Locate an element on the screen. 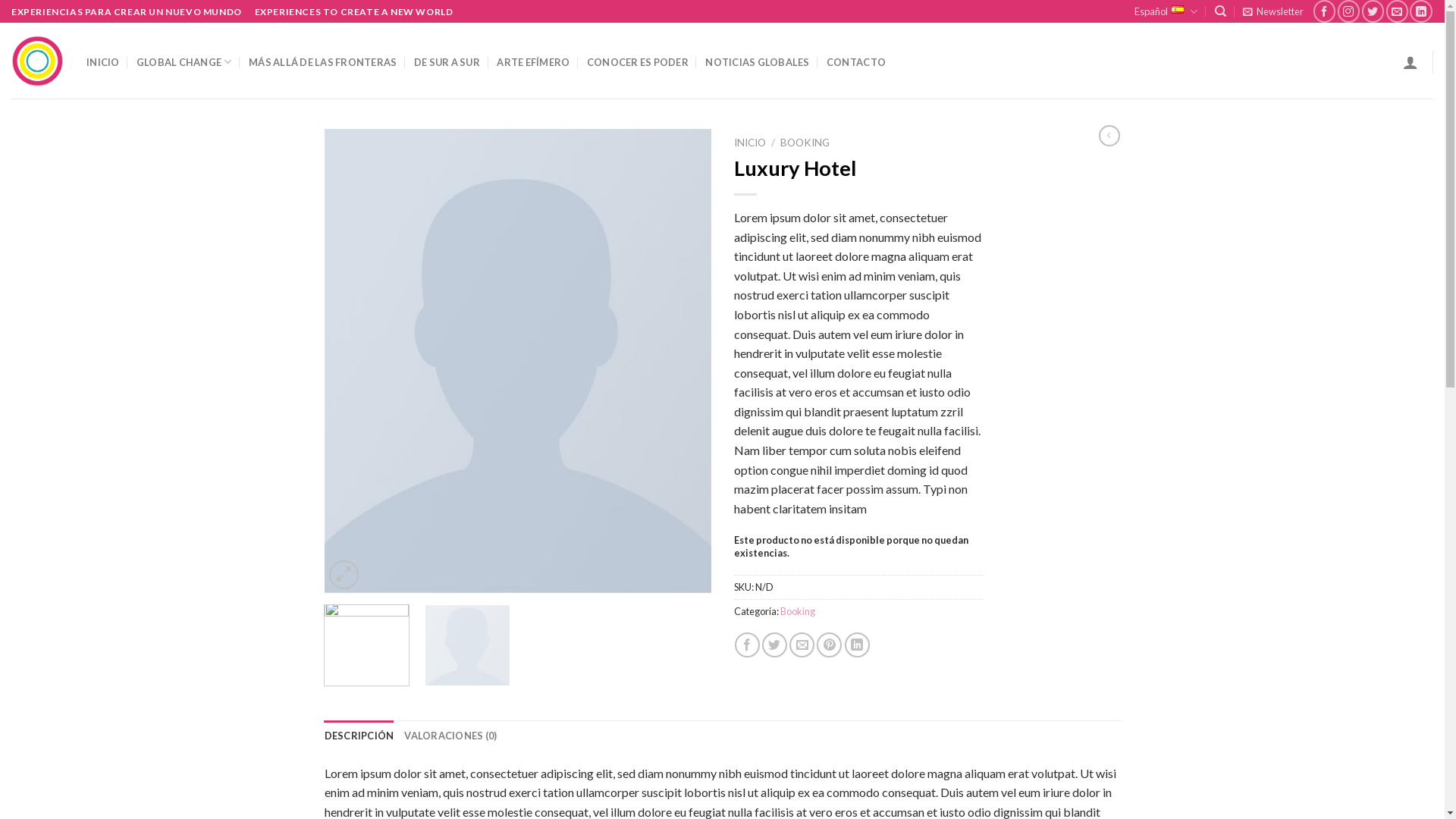  'CONOCER ES PODER' is located at coordinates (585, 61).